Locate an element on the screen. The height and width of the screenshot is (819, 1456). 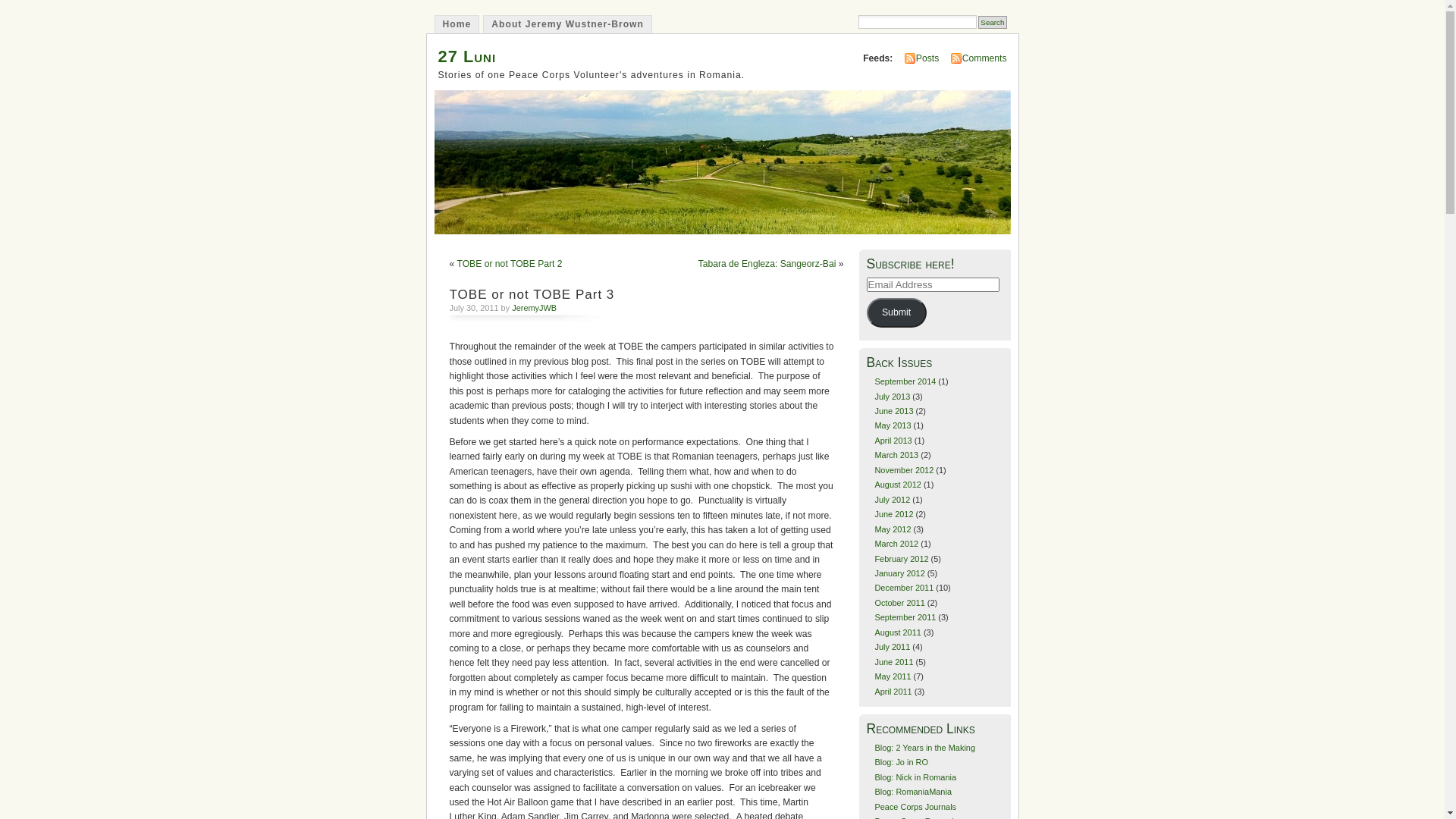
'January 2012' is located at coordinates (899, 573).